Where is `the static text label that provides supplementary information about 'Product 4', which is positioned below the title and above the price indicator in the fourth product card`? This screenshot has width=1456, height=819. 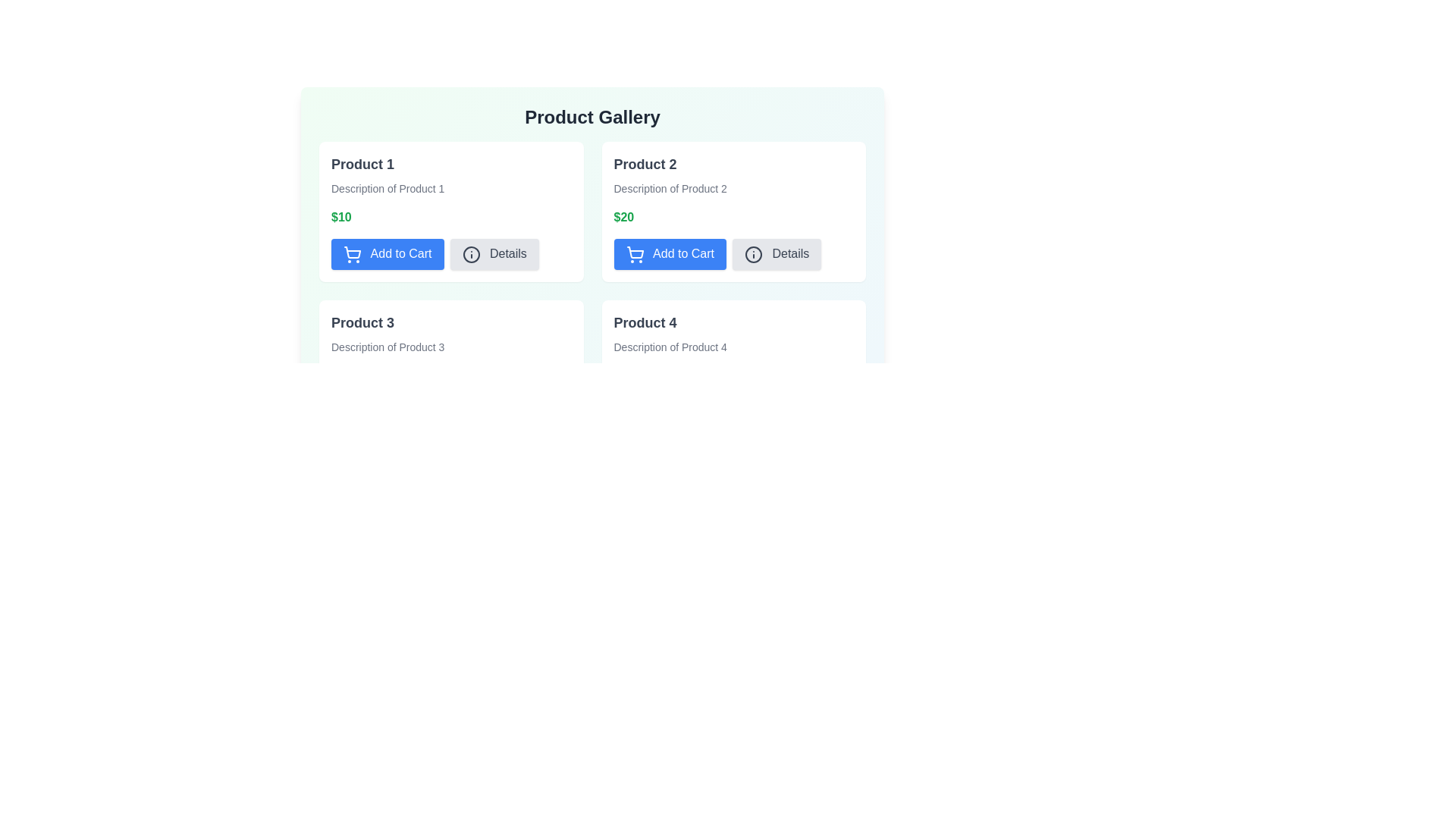
the static text label that provides supplementary information about 'Product 4', which is positioned below the title and above the price indicator in the fourth product card is located at coordinates (670, 347).